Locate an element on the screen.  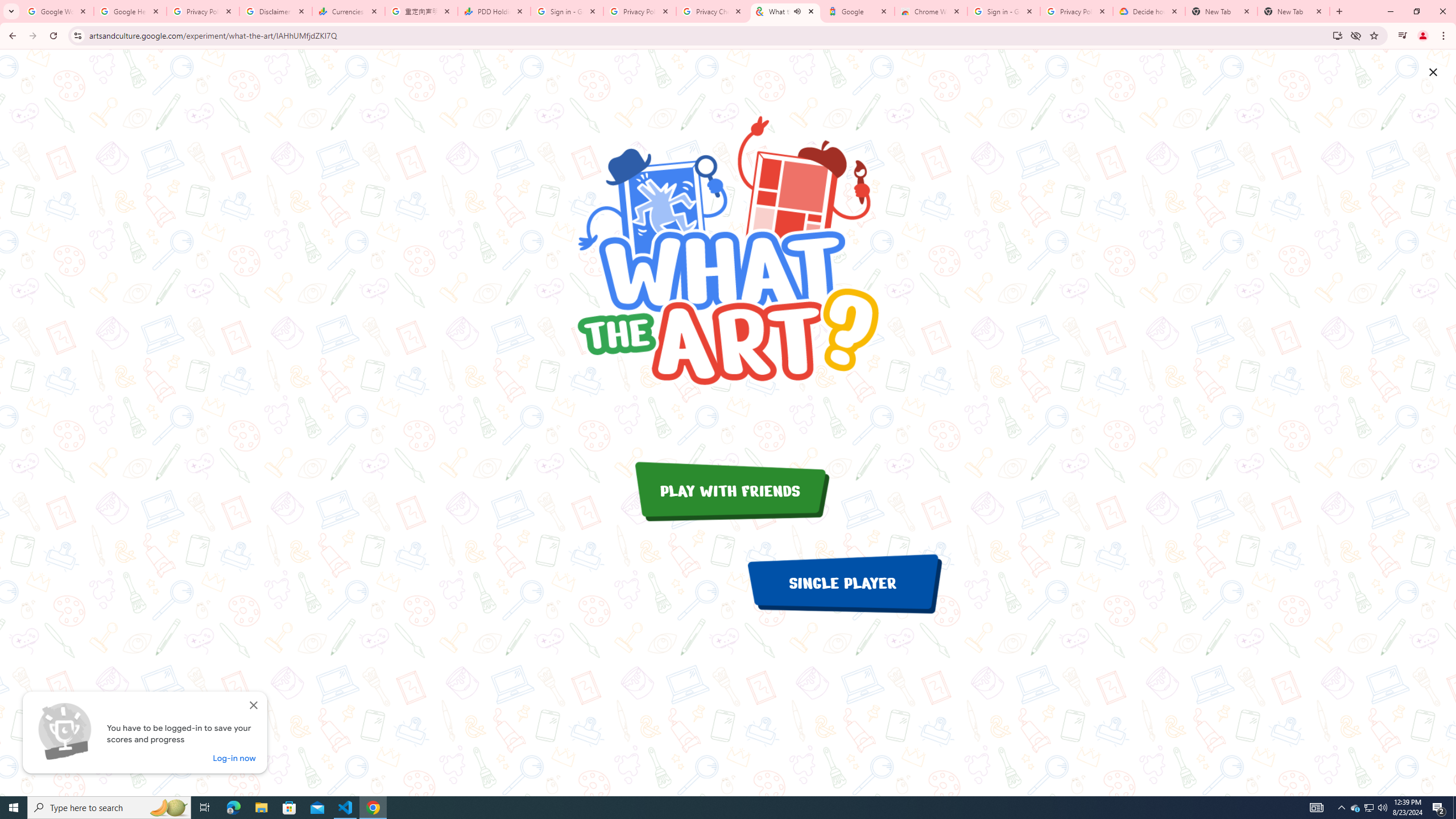
'Sign in - Google Accounts' is located at coordinates (1004, 11).